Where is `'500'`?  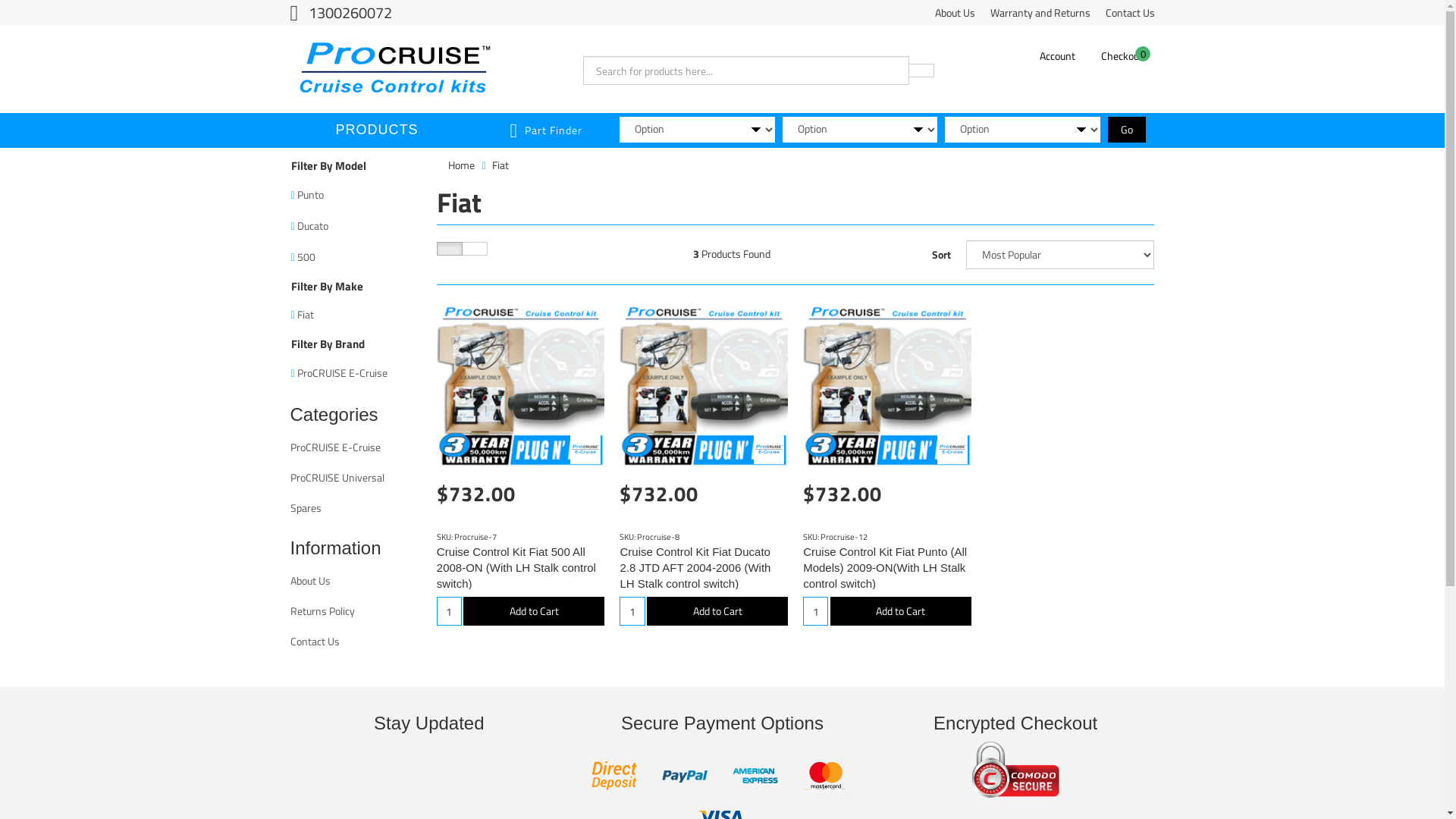
'500' is located at coordinates (355, 256).